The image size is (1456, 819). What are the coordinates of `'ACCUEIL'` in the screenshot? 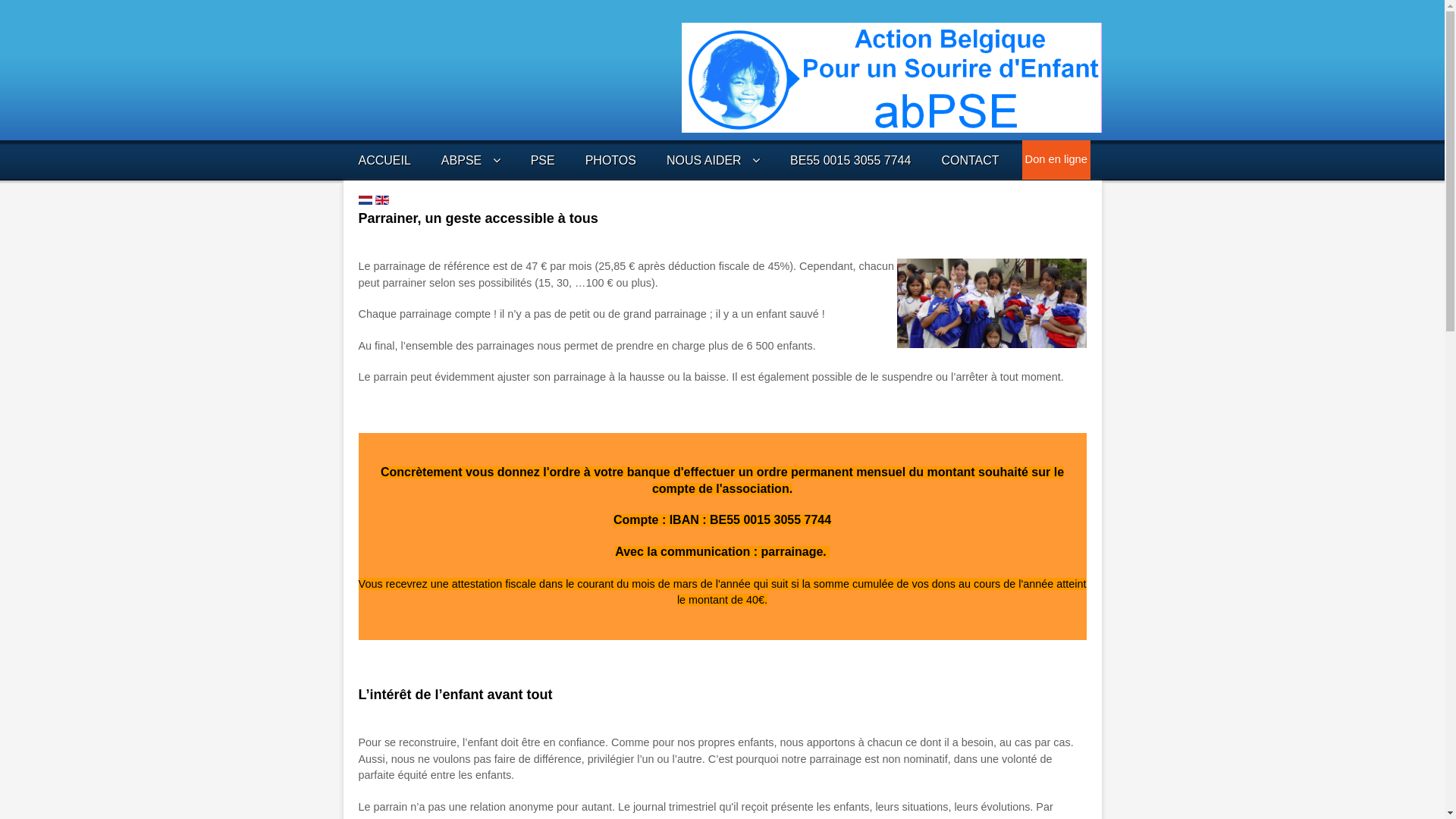 It's located at (384, 160).